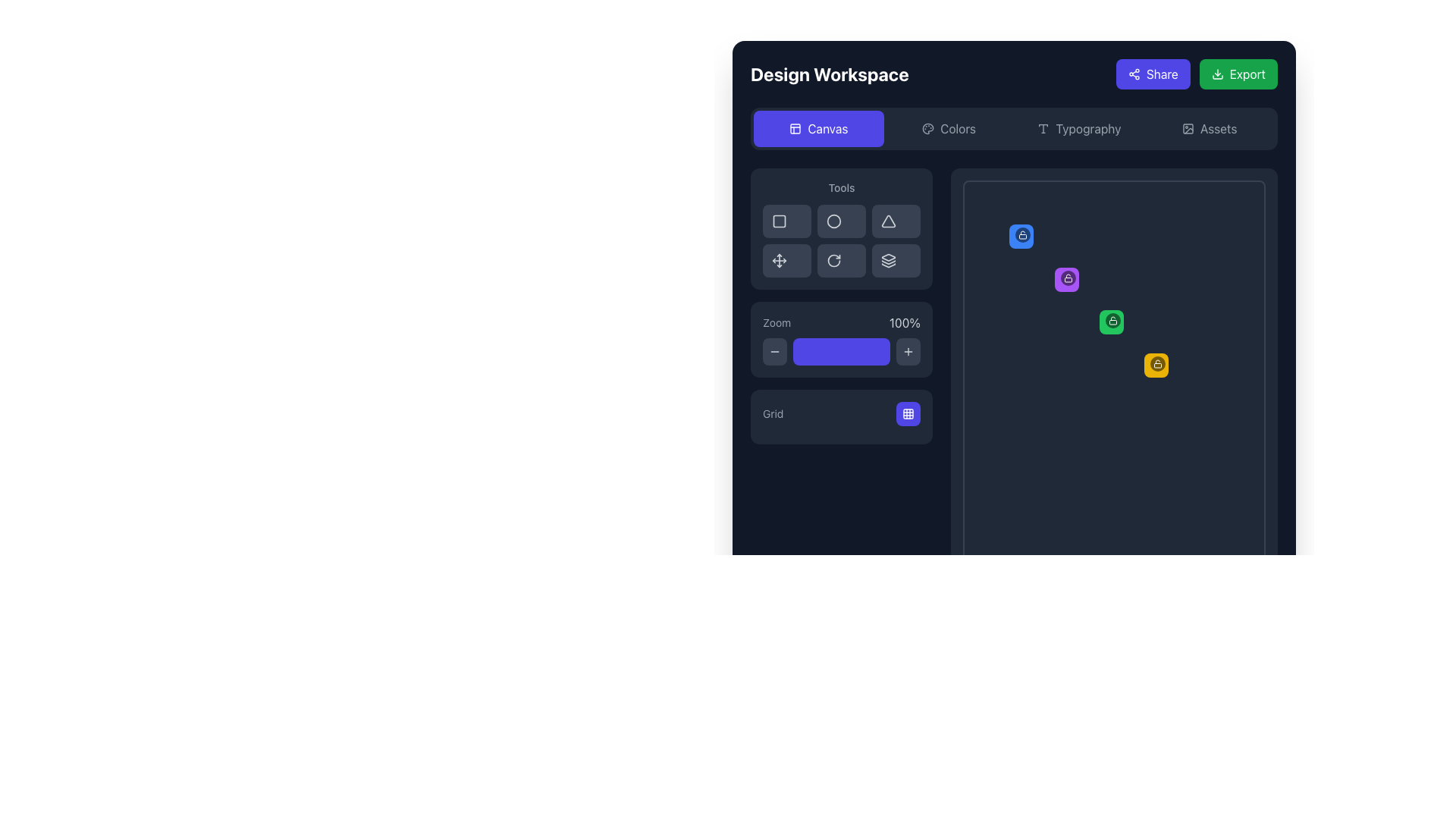 This screenshot has height=819, width=1456. Describe the element at coordinates (777, 322) in the screenshot. I see `the small text label that states 'Zoom', which is styled with a gray font color and located in the left-side panel near the zoom controls` at that location.